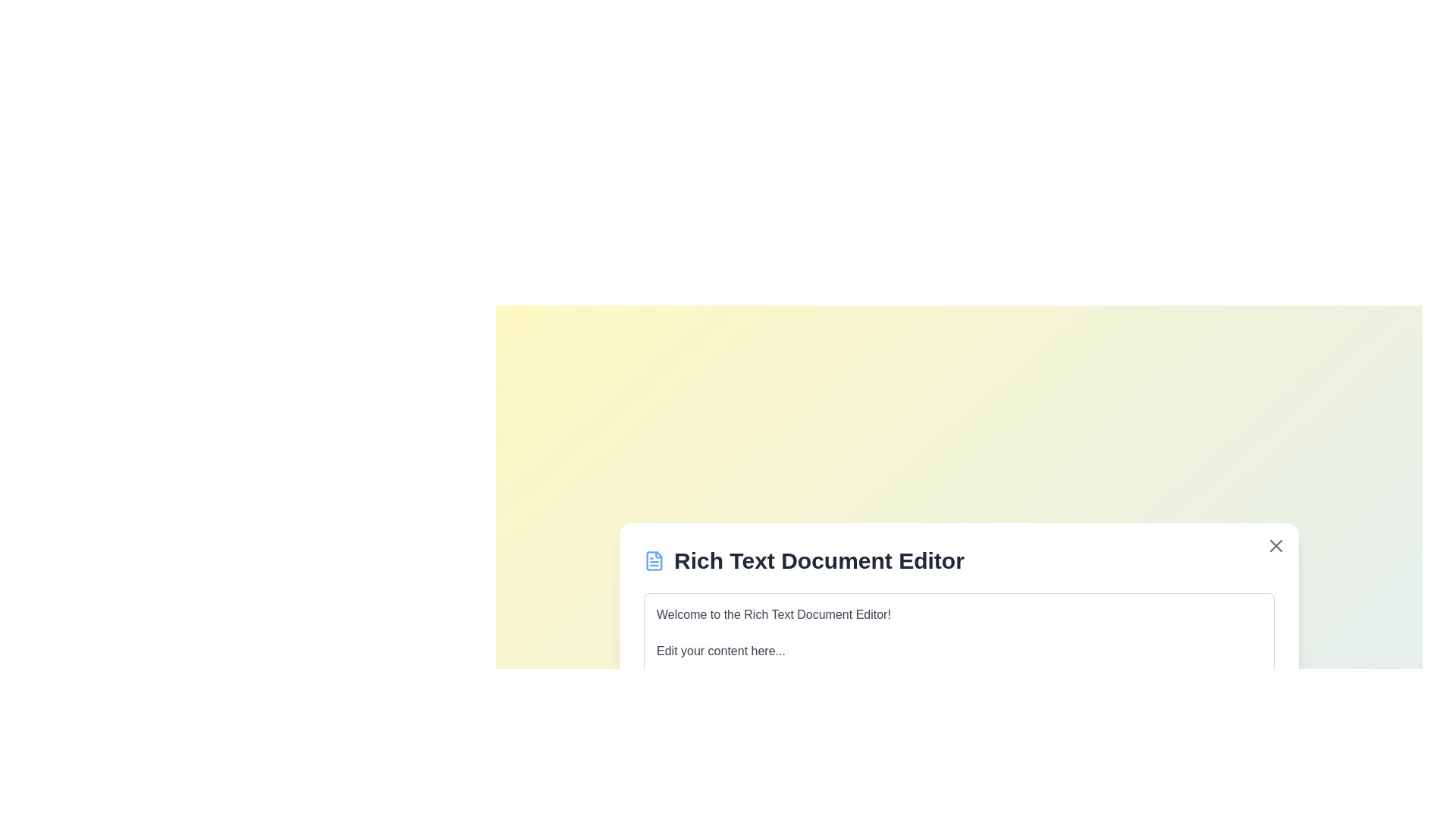  What do you see at coordinates (1276, 544) in the screenshot?
I see `the close button to hide the dialog` at bounding box center [1276, 544].